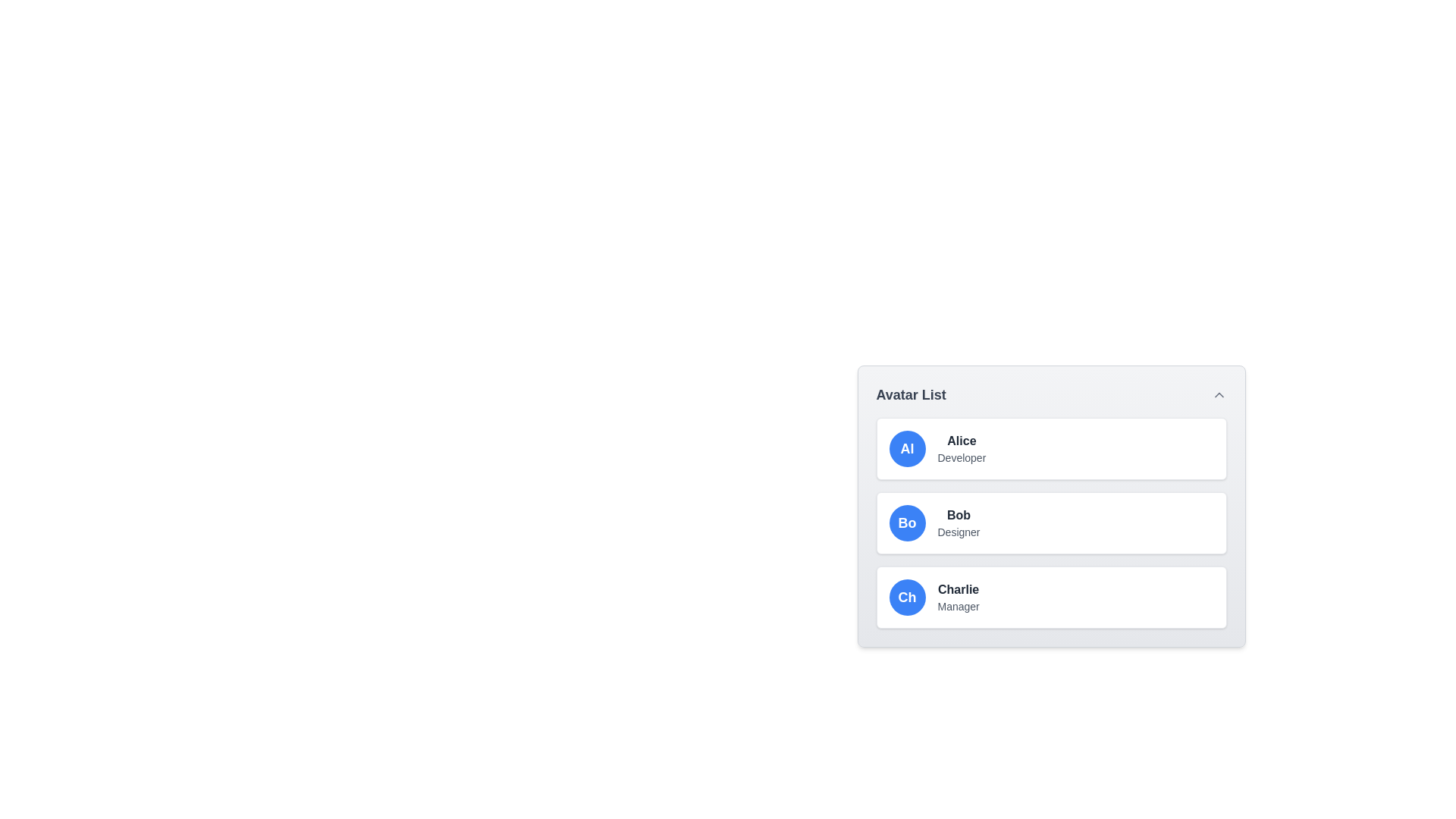  What do you see at coordinates (1050, 550) in the screenshot?
I see `the list item labeled 'Bob' with the descriptor 'Designer', which is the second item in a vertically-stacked list` at bounding box center [1050, 550].